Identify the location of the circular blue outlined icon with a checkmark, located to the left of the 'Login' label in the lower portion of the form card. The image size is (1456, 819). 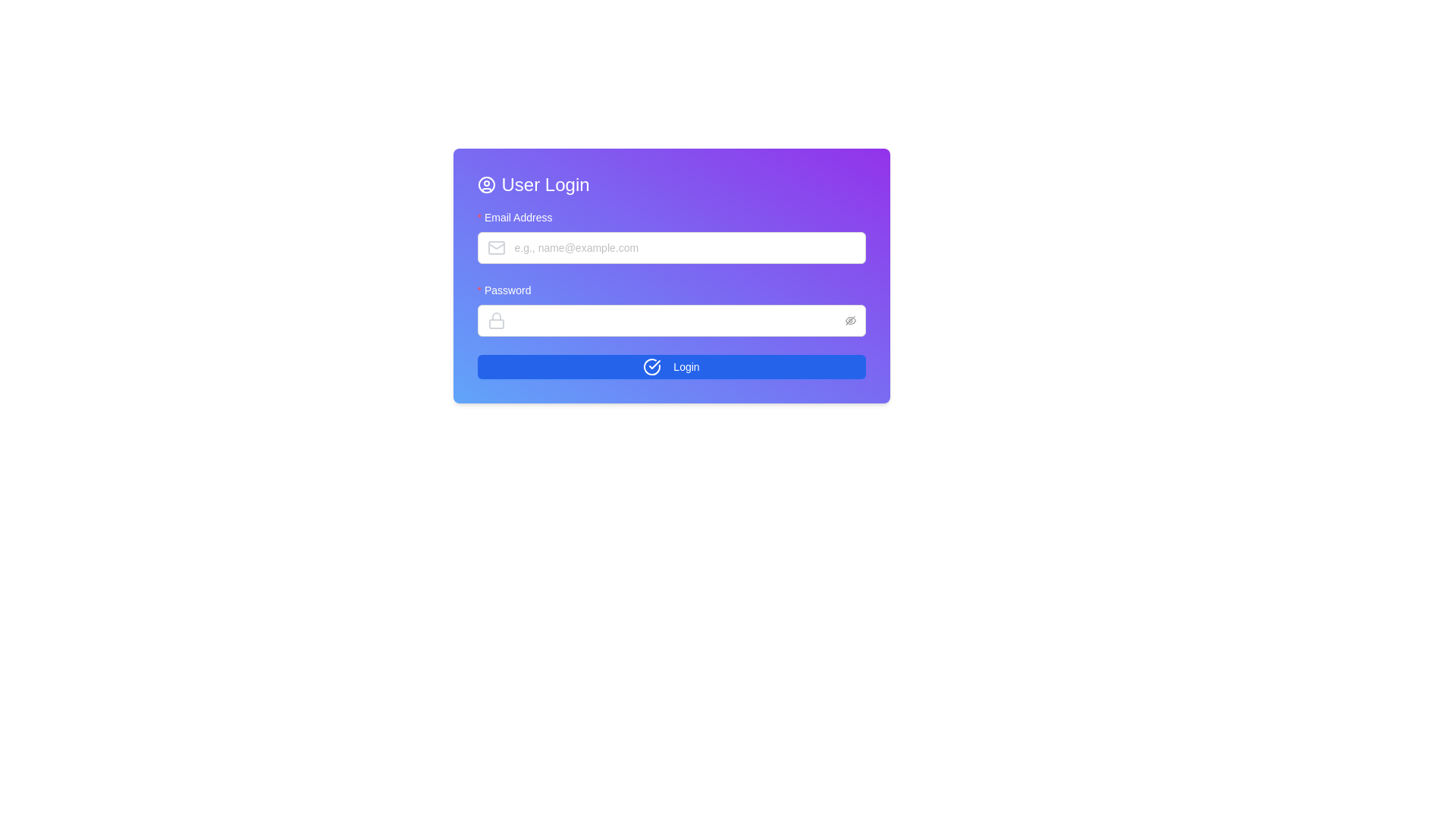
(652, 366).